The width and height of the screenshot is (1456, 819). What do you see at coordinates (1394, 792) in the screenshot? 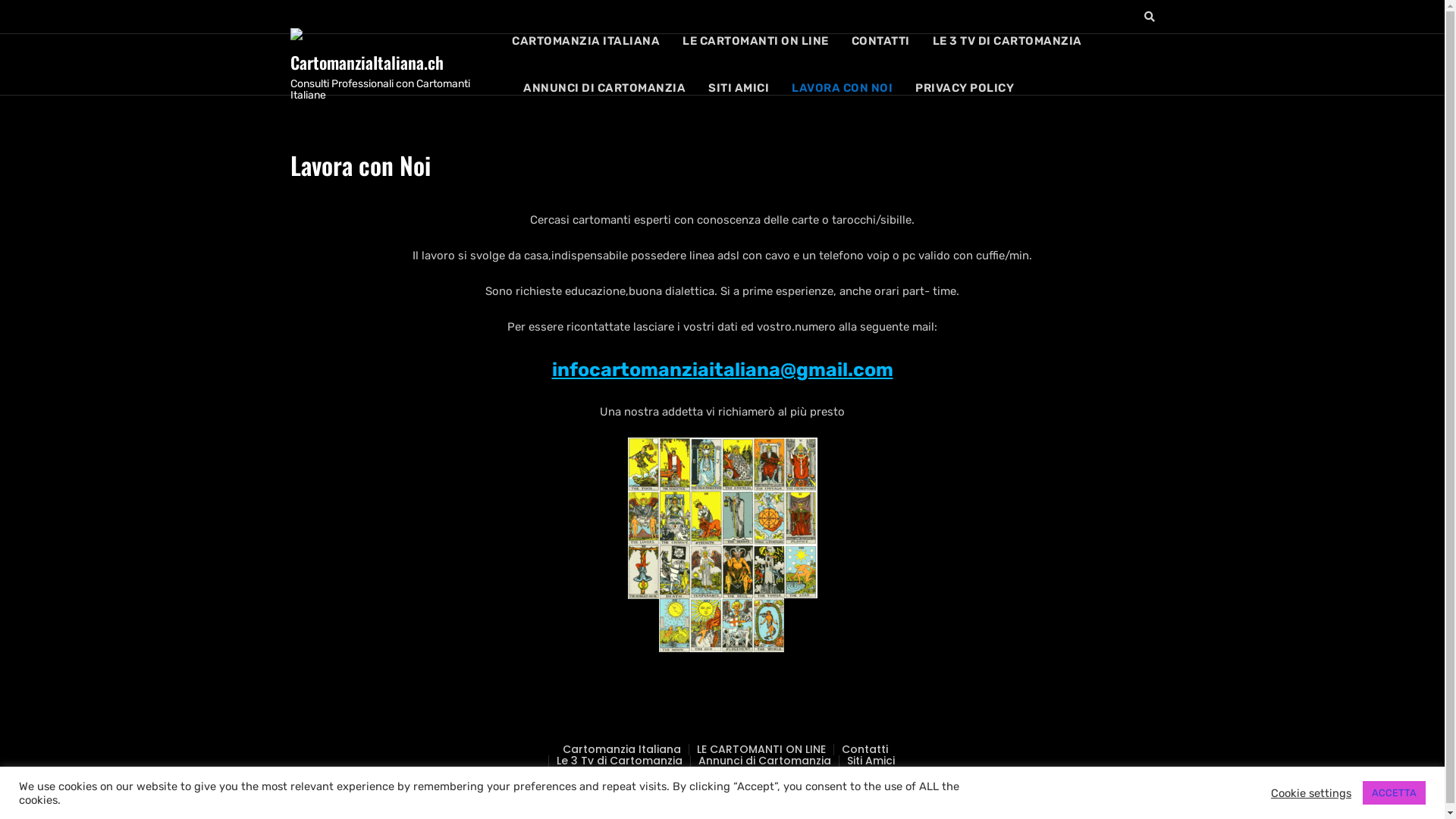
I see `'ACCETTA'` at bounding box center [1394, 792].